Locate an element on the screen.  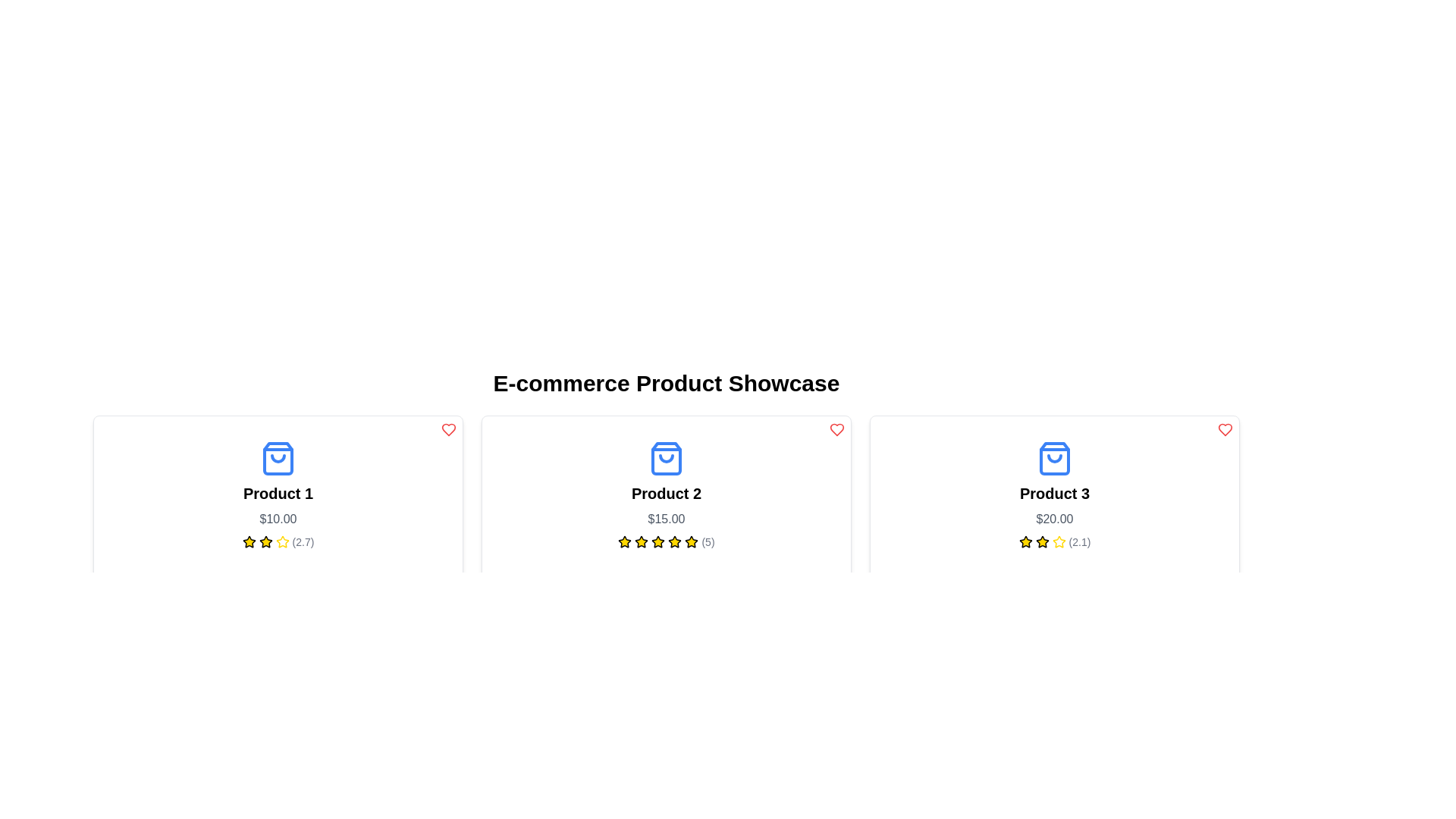
the decorative circle element centered in the SVG graphic, located at the bottom center of the layout is located at coordinates (634, 808).